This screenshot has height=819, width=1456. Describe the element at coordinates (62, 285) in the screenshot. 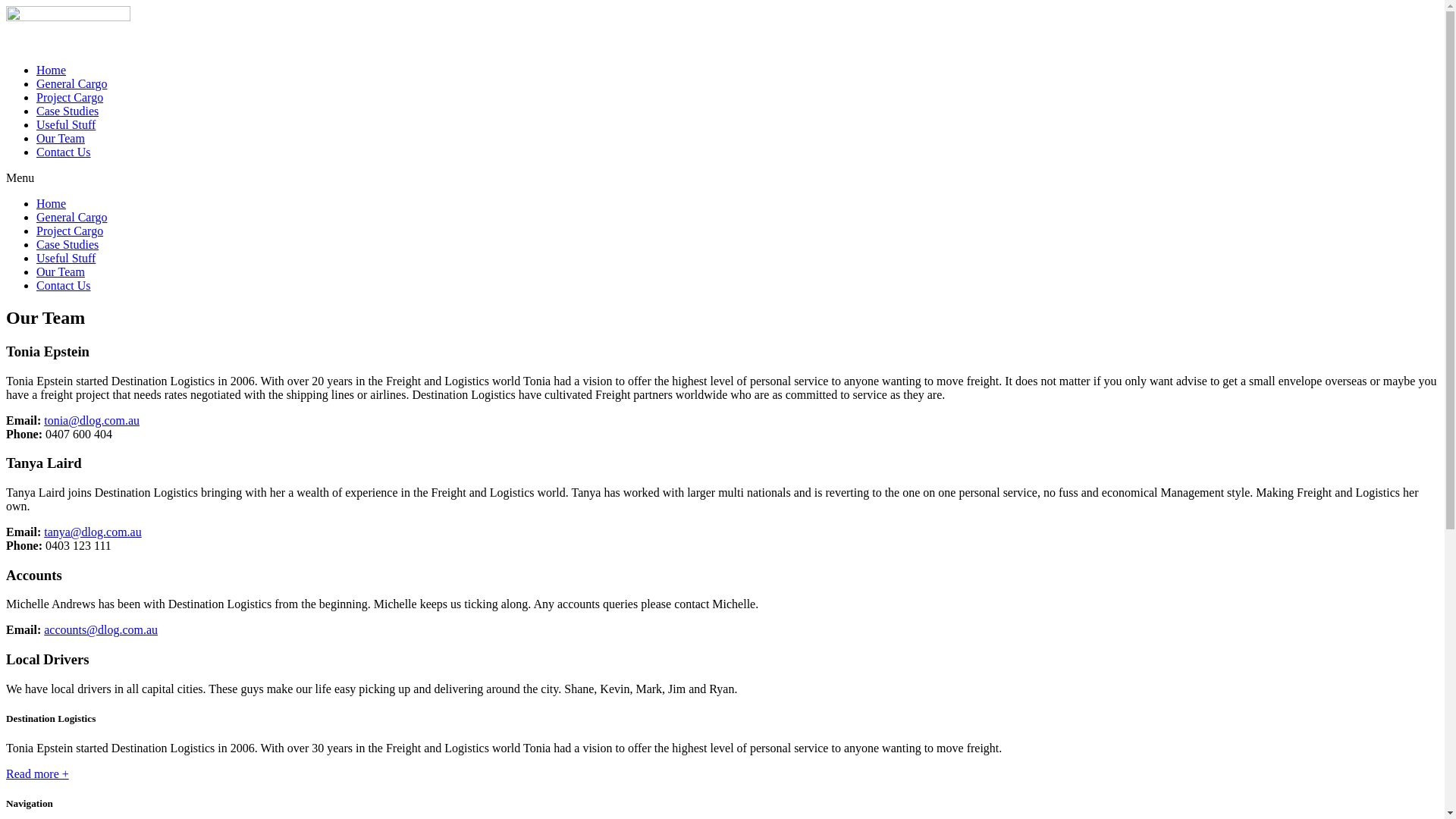

I see `'Contact Us'` at that location.